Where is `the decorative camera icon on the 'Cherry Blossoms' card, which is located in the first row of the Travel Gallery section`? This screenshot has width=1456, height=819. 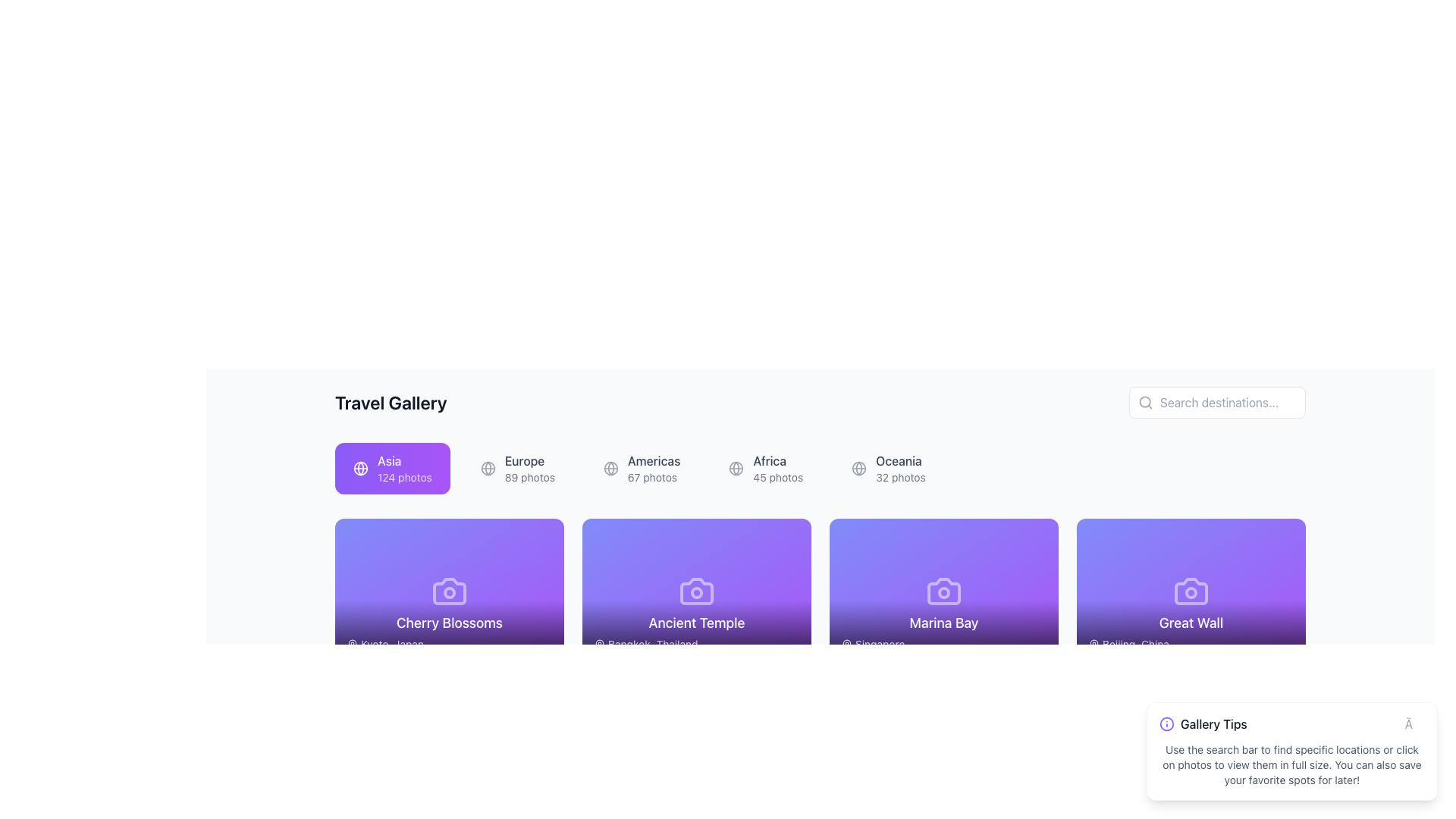
the decorative camera icon on the 'Cherry Blossoms' card, which is located in the first row of the Travel Gallery section is located at coordinates (449, 590).